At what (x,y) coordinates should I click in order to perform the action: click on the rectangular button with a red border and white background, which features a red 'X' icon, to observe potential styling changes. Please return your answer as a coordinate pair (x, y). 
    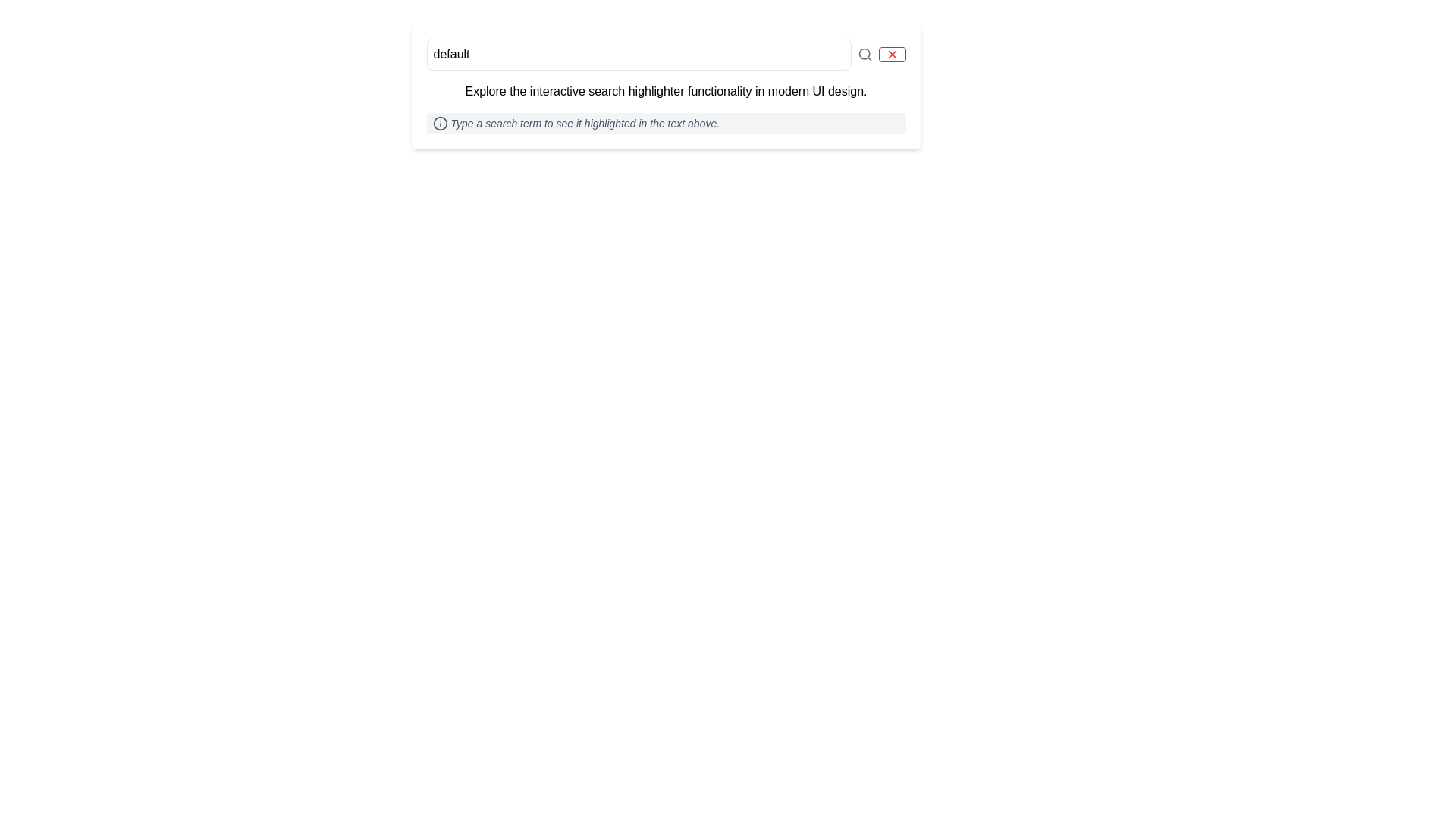
    Looking at the image, I should click on (892, 54).